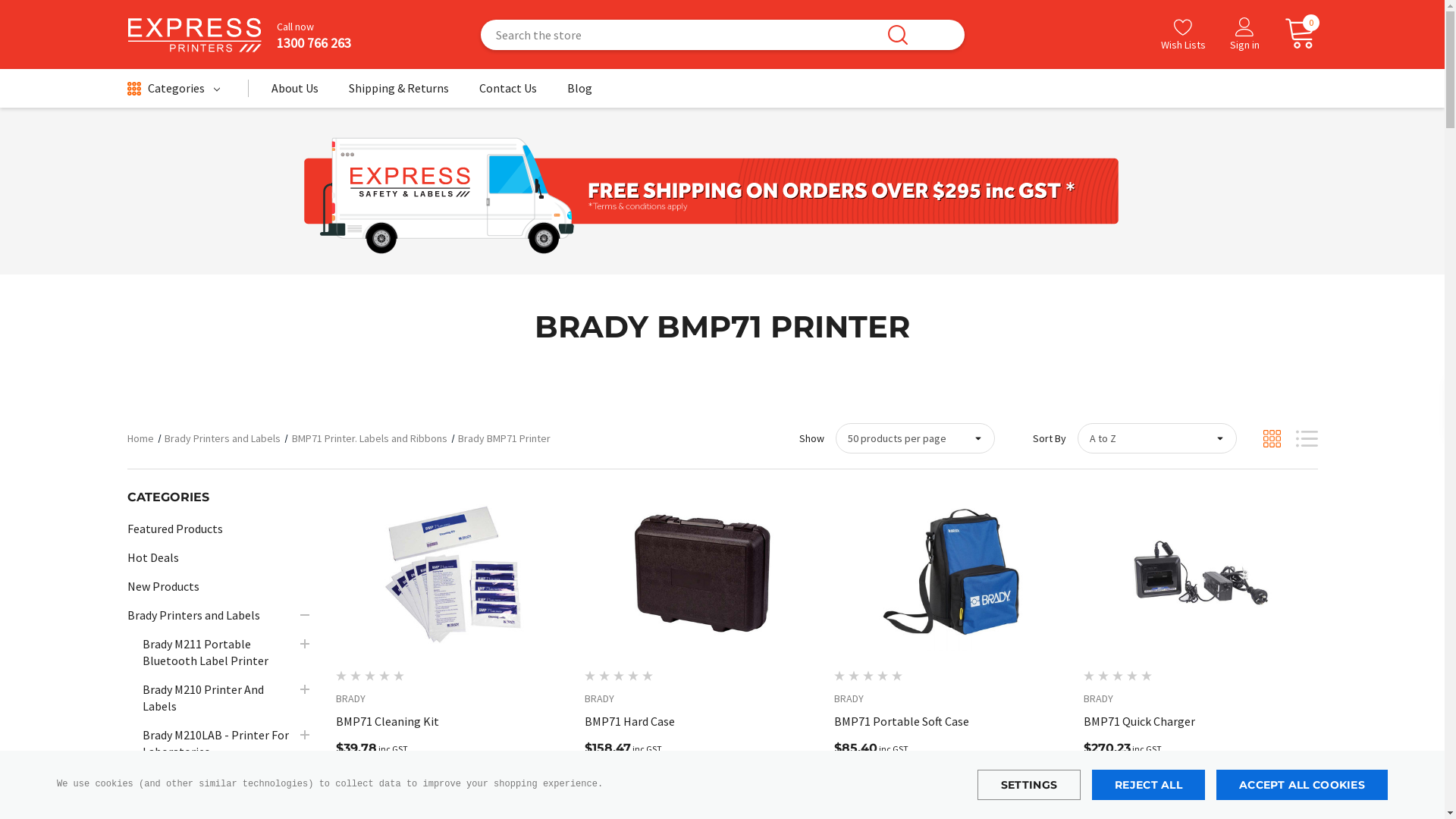 Image resolution: width=1456 pixels, height=819 pixels. I want to click on 'New Products', so click(127, 585).